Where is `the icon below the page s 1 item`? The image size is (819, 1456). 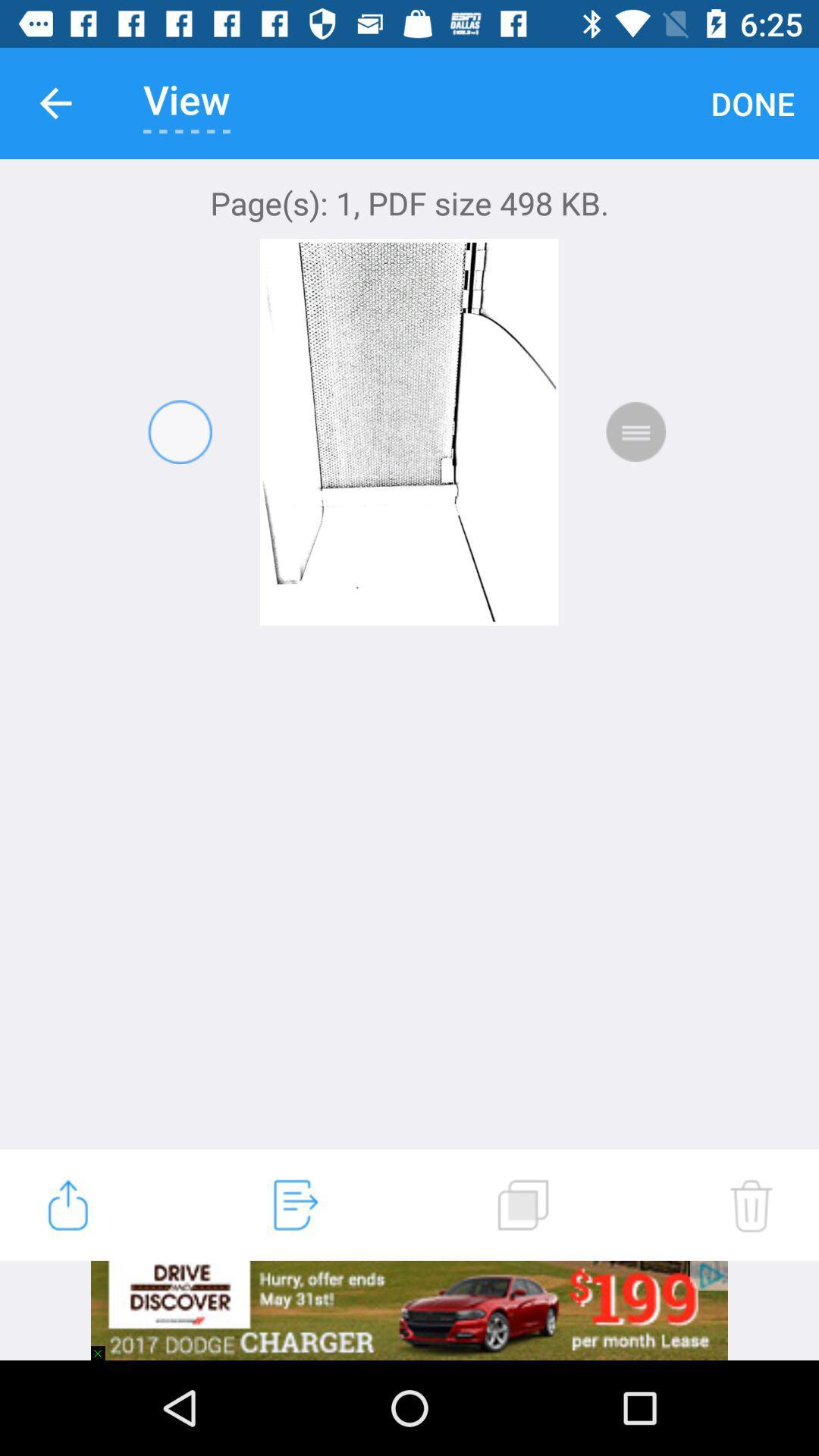 the icon below the page s 1 item is located at coordinates (67, 1204).